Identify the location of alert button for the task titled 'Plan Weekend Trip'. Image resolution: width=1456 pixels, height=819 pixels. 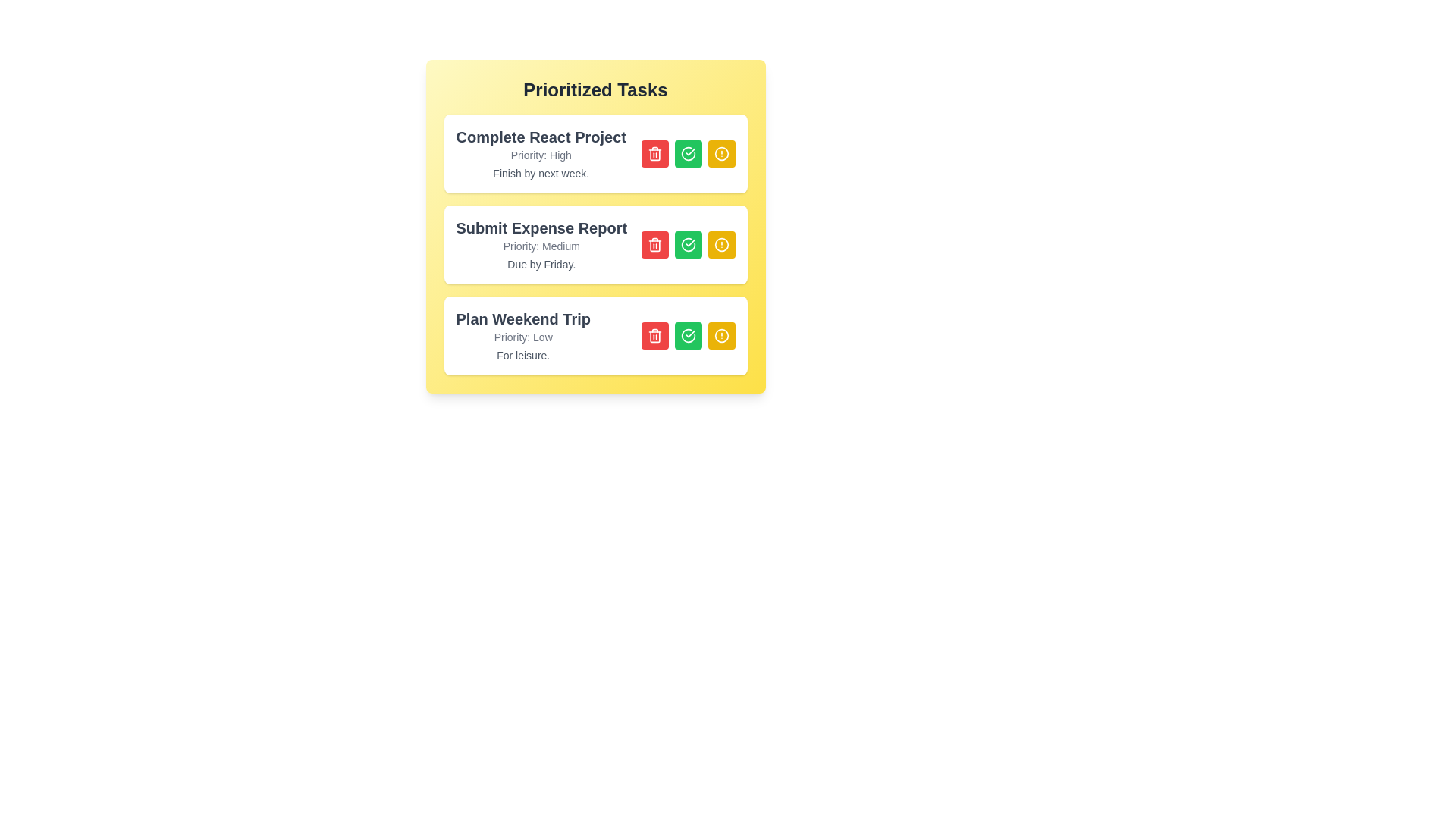
(720, 335).